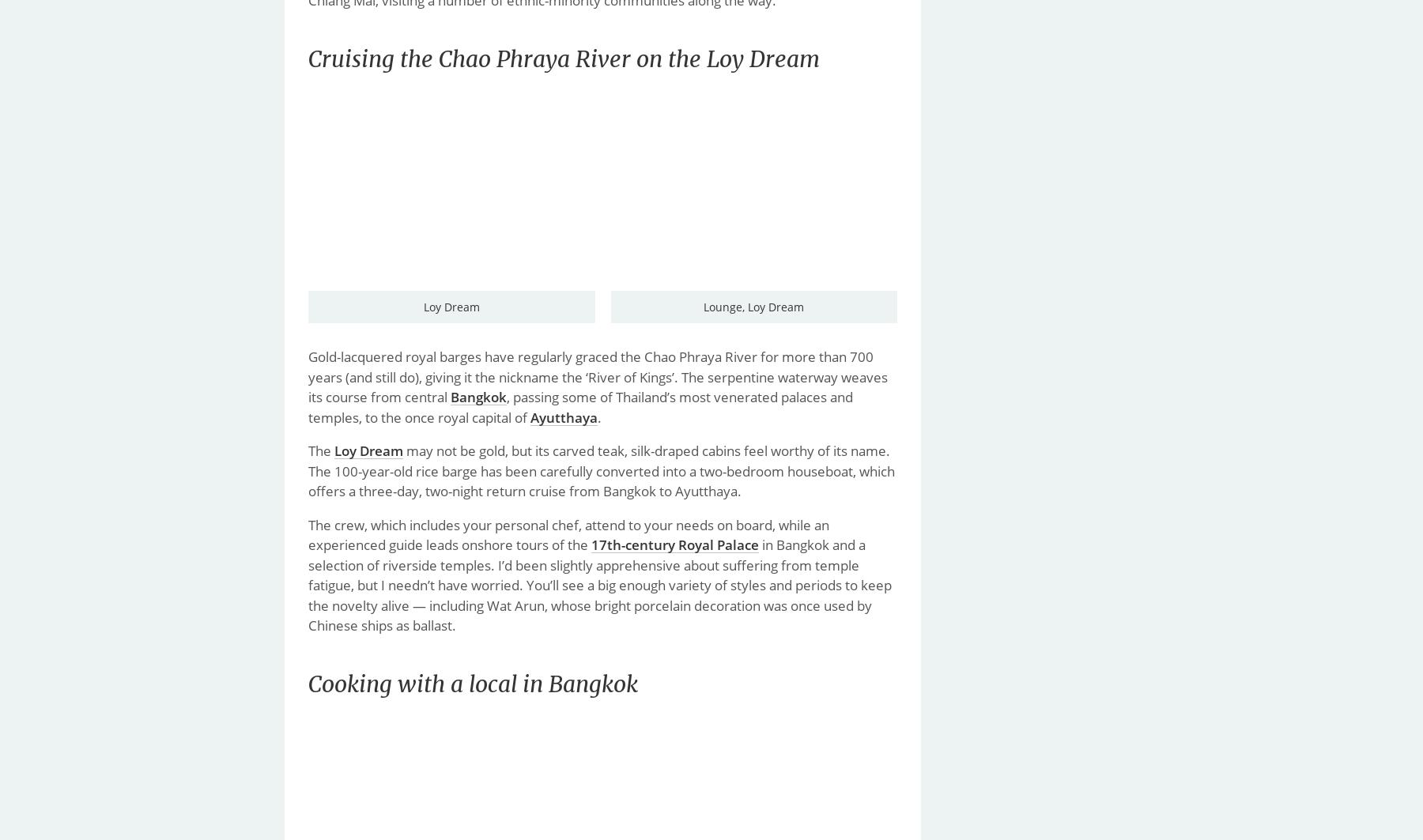 This screenshot has width=1423, height=840. I want to click on 'Lounge, Loy Dream', so click(753, 306).